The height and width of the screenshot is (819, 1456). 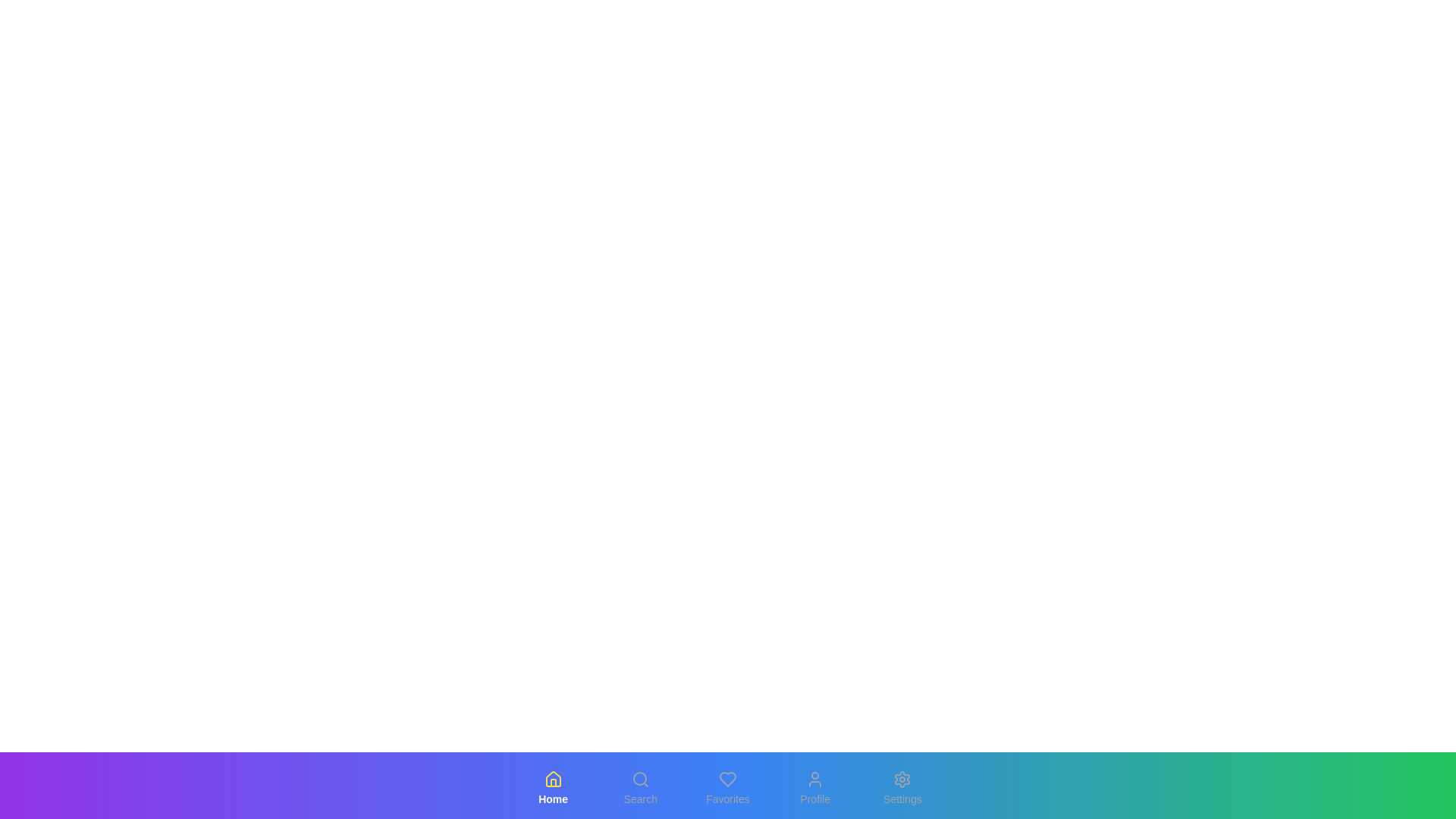 I want to click on the tab corresponding to Search, so click(x=640, y=788).